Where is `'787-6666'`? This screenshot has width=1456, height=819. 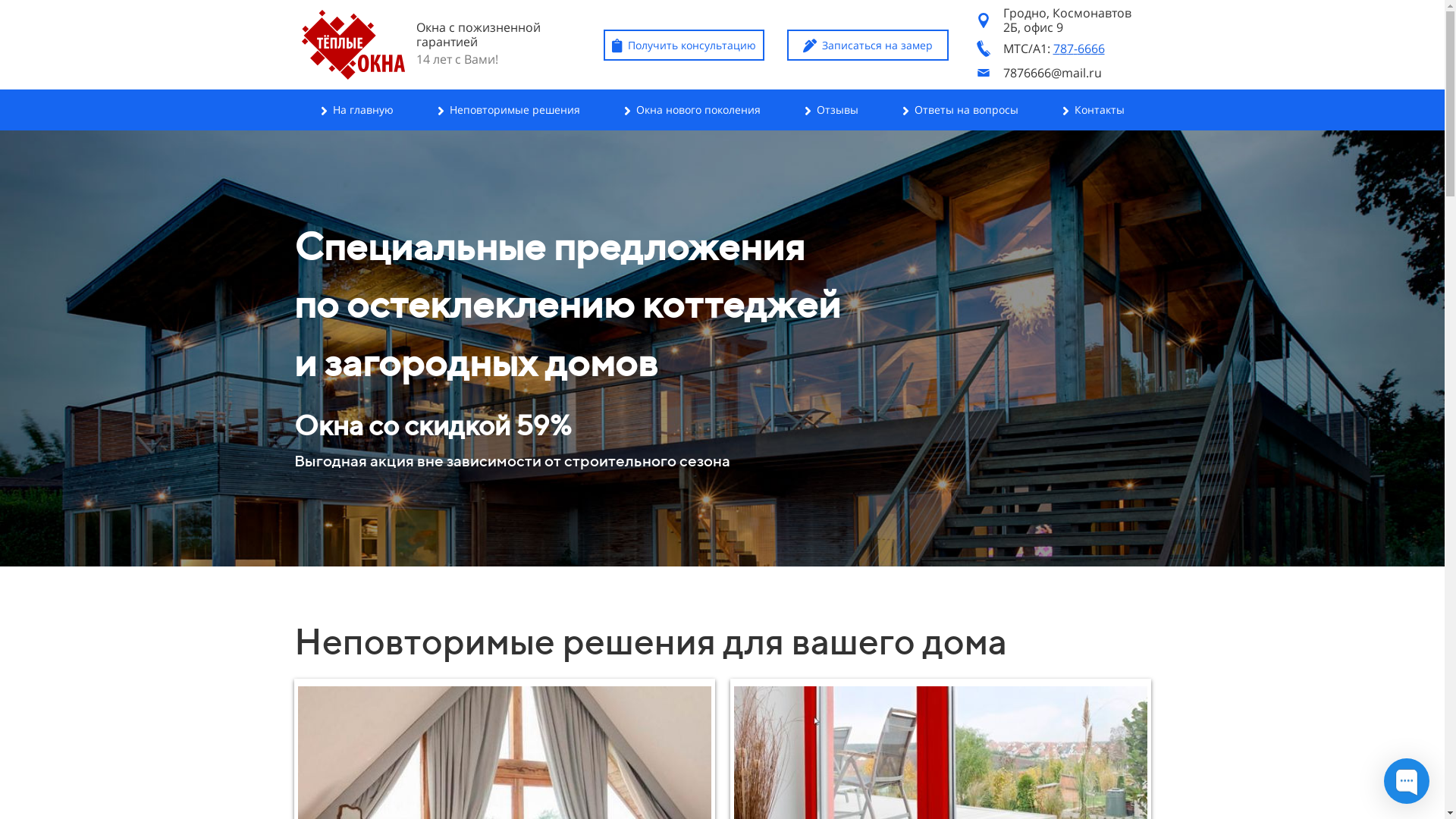
'787-6666' is located at coordinates (1077, 48).